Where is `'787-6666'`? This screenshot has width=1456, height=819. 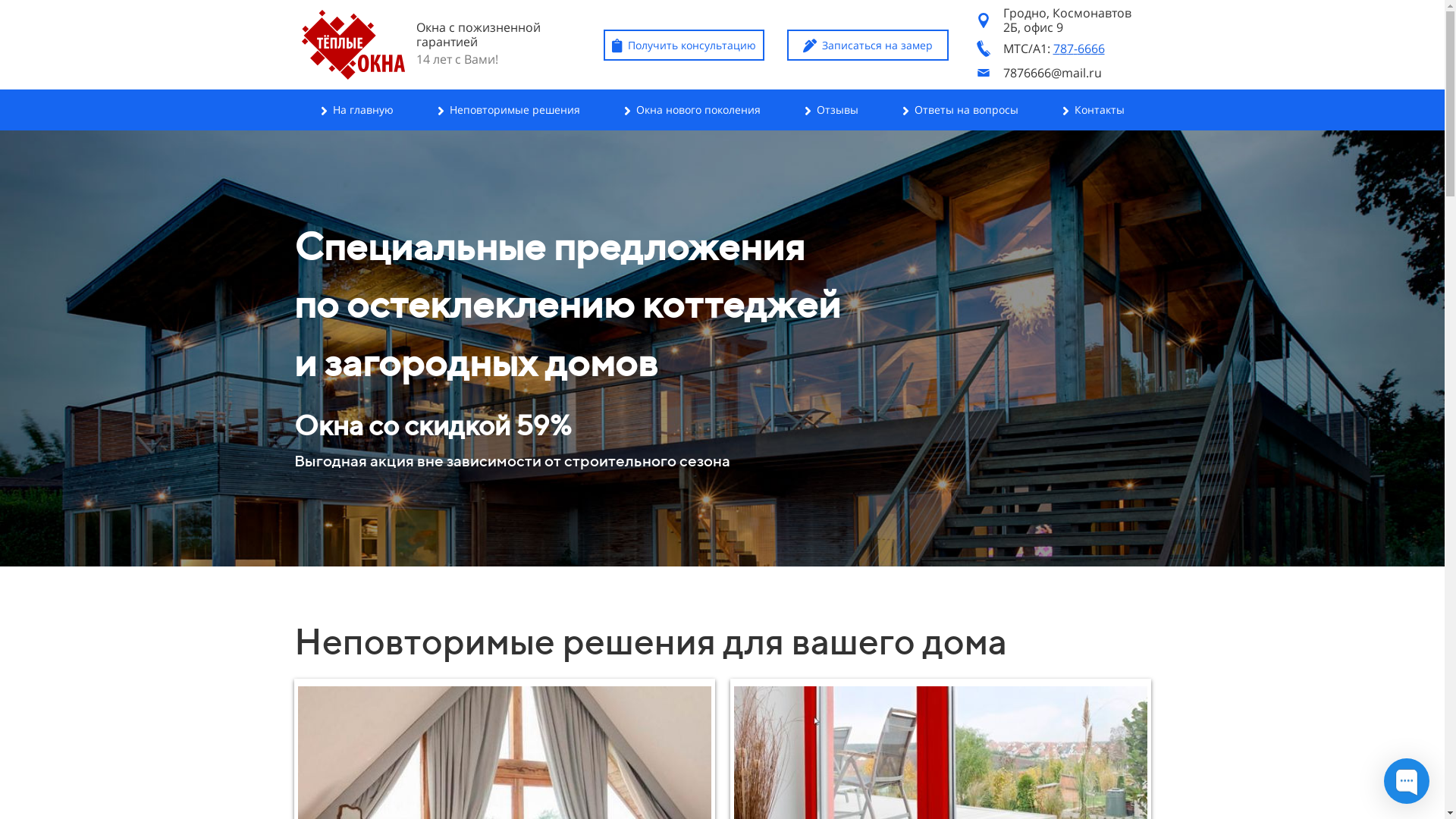
'787-6666' is located at coordinates (1077, 48).